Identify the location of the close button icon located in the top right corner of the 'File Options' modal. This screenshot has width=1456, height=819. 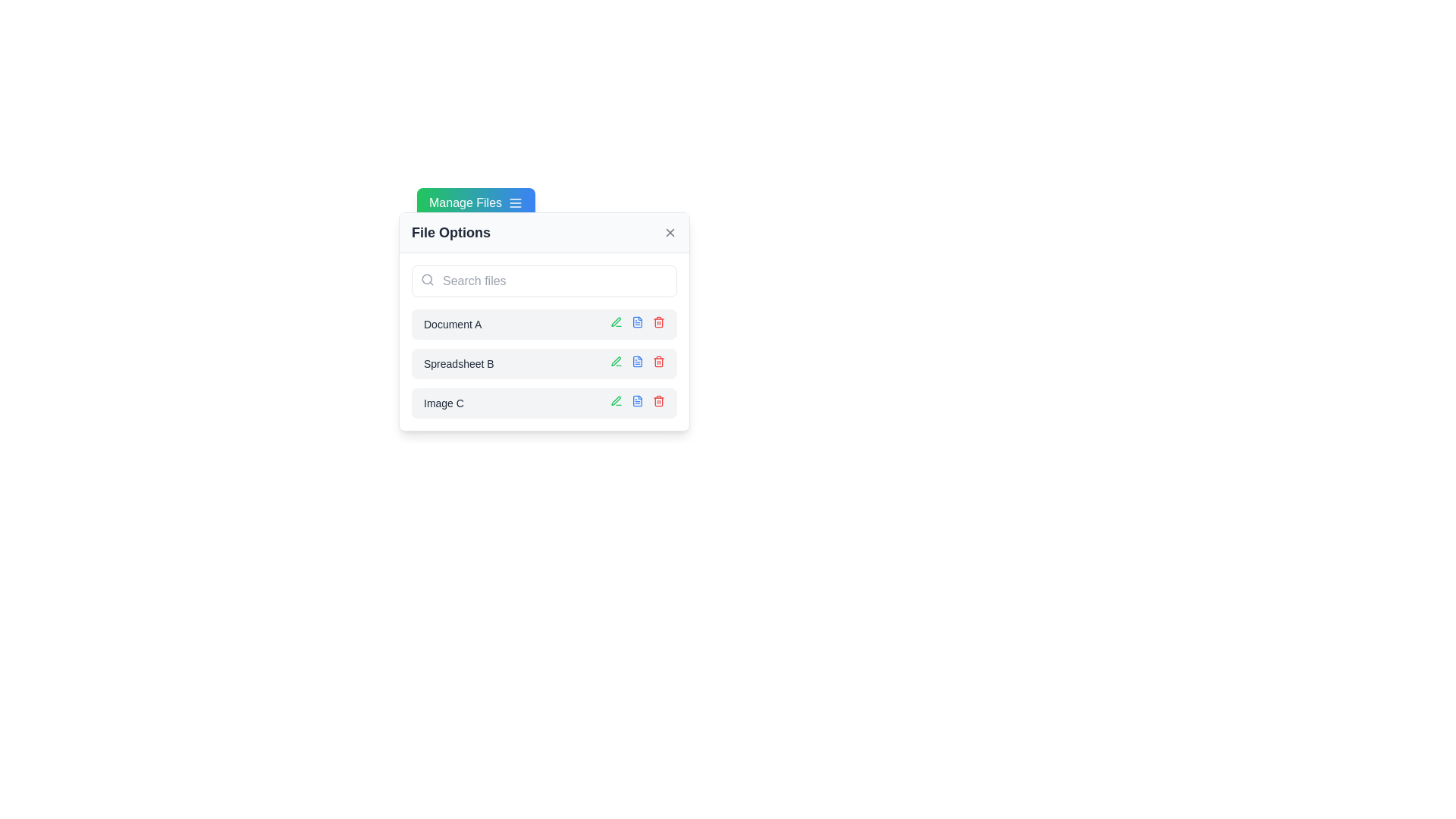
(669, 233).